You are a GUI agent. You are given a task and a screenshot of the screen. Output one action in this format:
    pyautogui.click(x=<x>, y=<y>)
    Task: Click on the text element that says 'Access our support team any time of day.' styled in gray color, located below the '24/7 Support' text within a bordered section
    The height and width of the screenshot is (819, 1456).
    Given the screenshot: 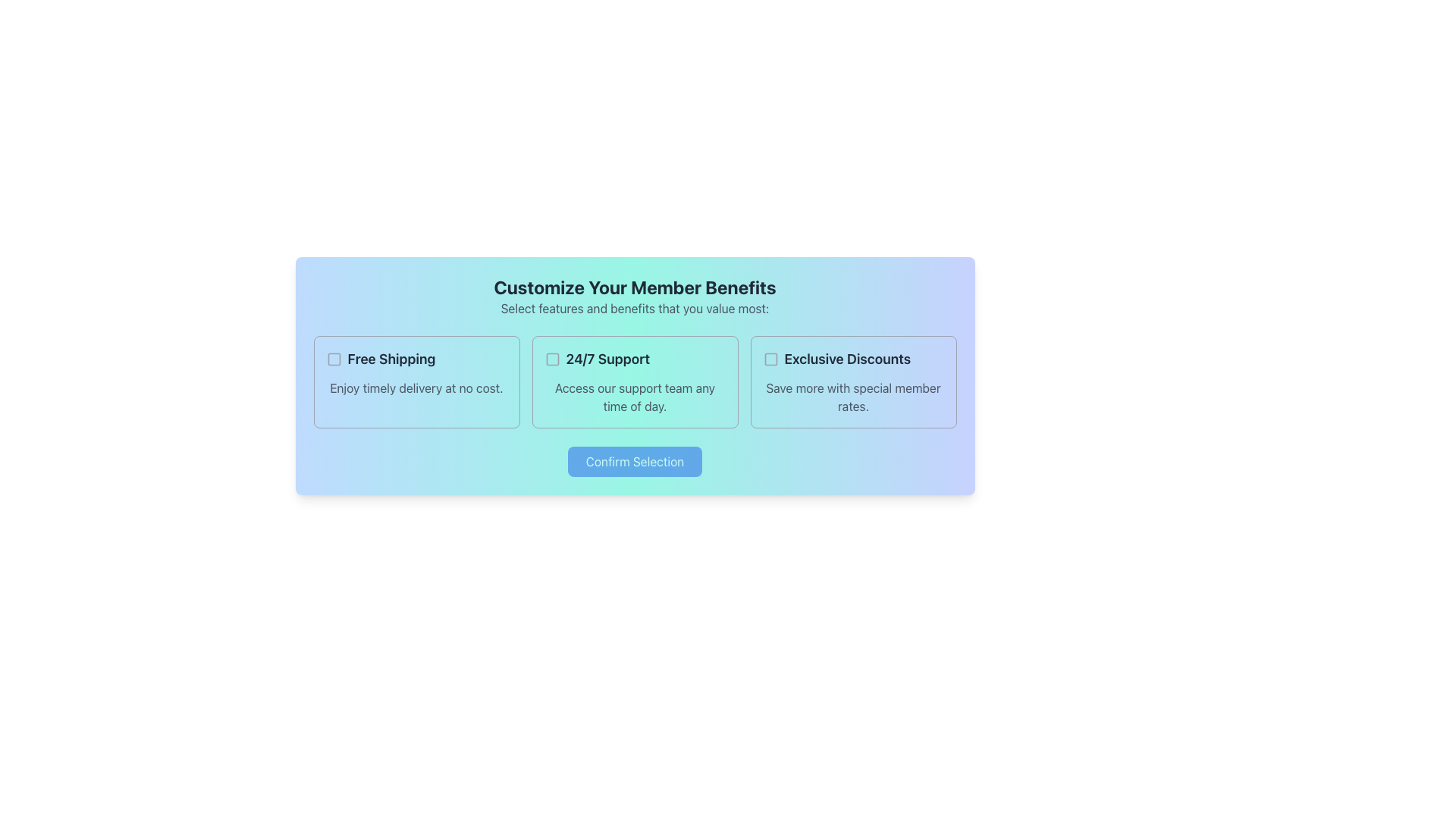 What is the action you would take?
    pyautogui.click(x=635, y=397)
    